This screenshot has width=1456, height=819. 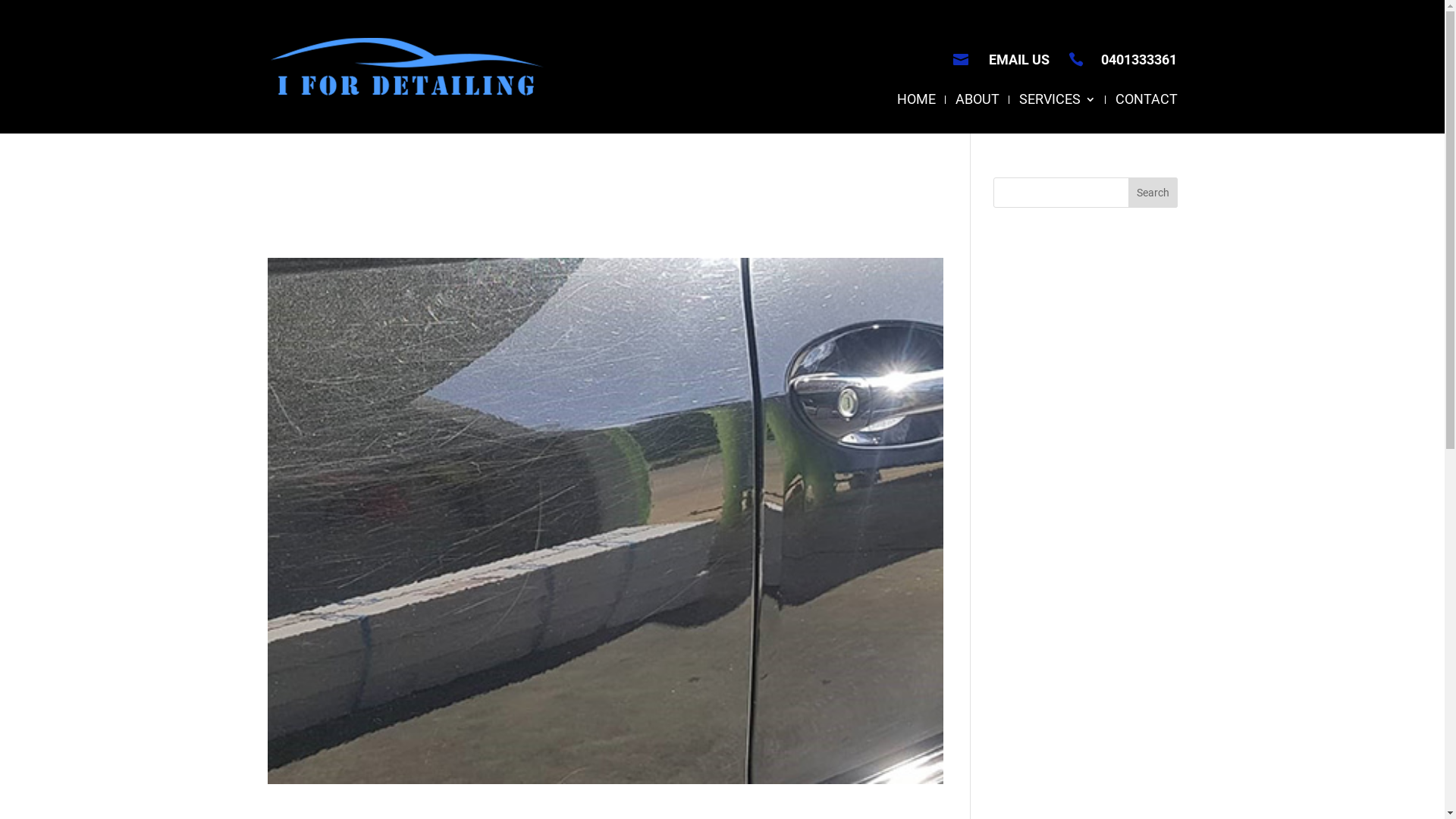 What do you see at coordinates (1153, 192) in the screenshot?
I see `'Search'` at bounding box center [1153, 192].